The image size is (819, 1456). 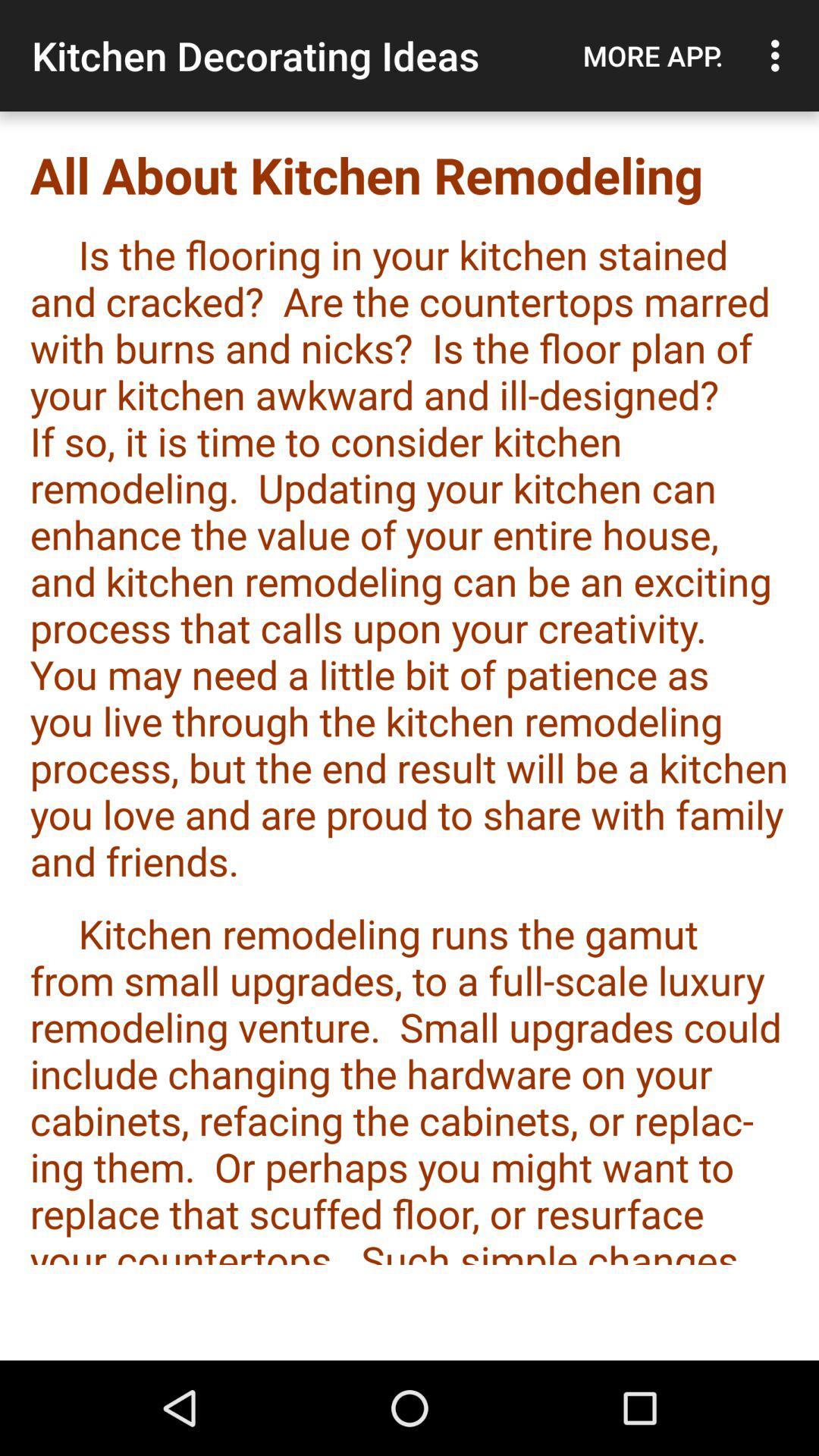 I want to click on icon to the right of the more app. icon, so click(x=779, y=55).